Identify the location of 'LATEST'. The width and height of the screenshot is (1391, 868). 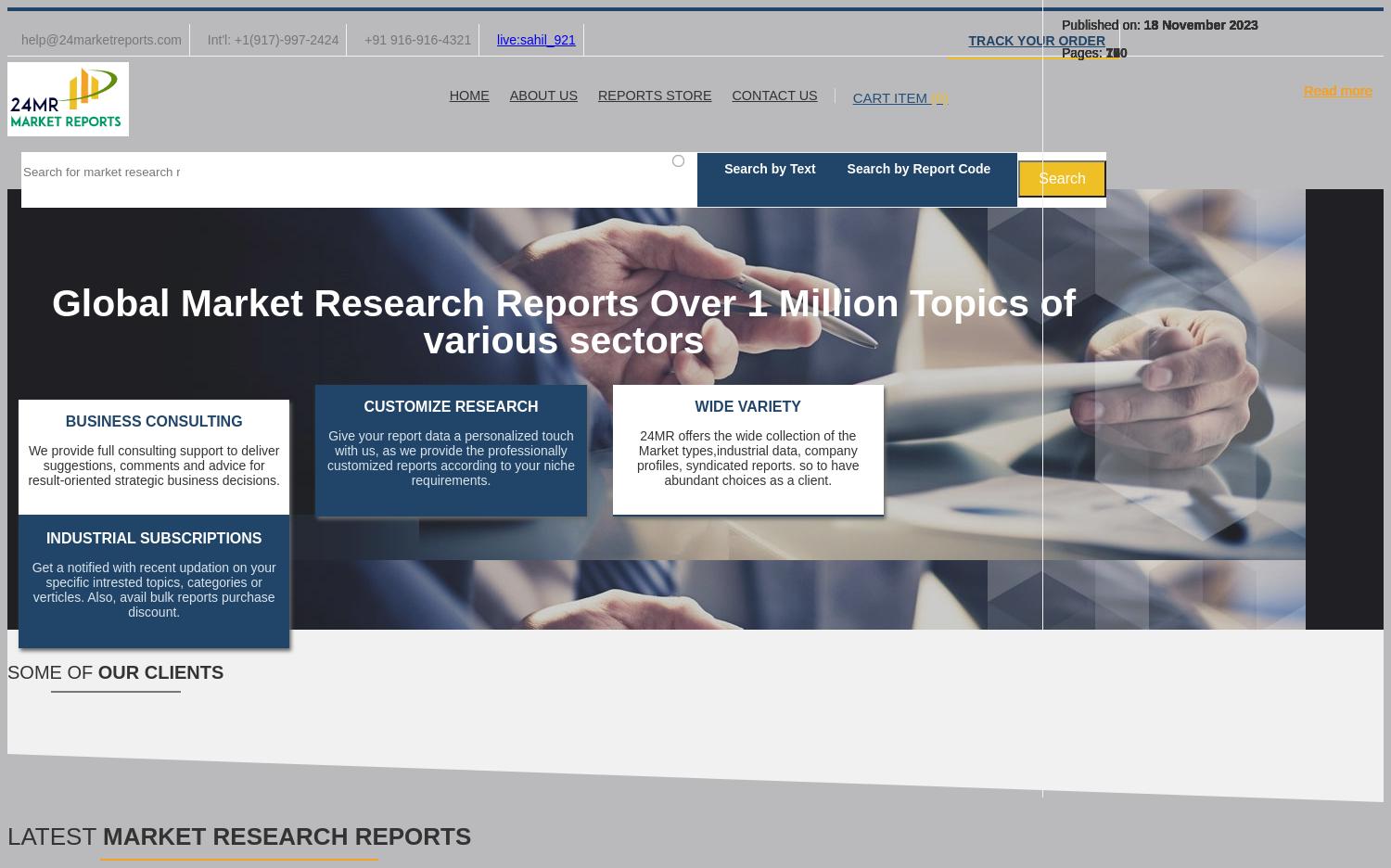
(55, 836).